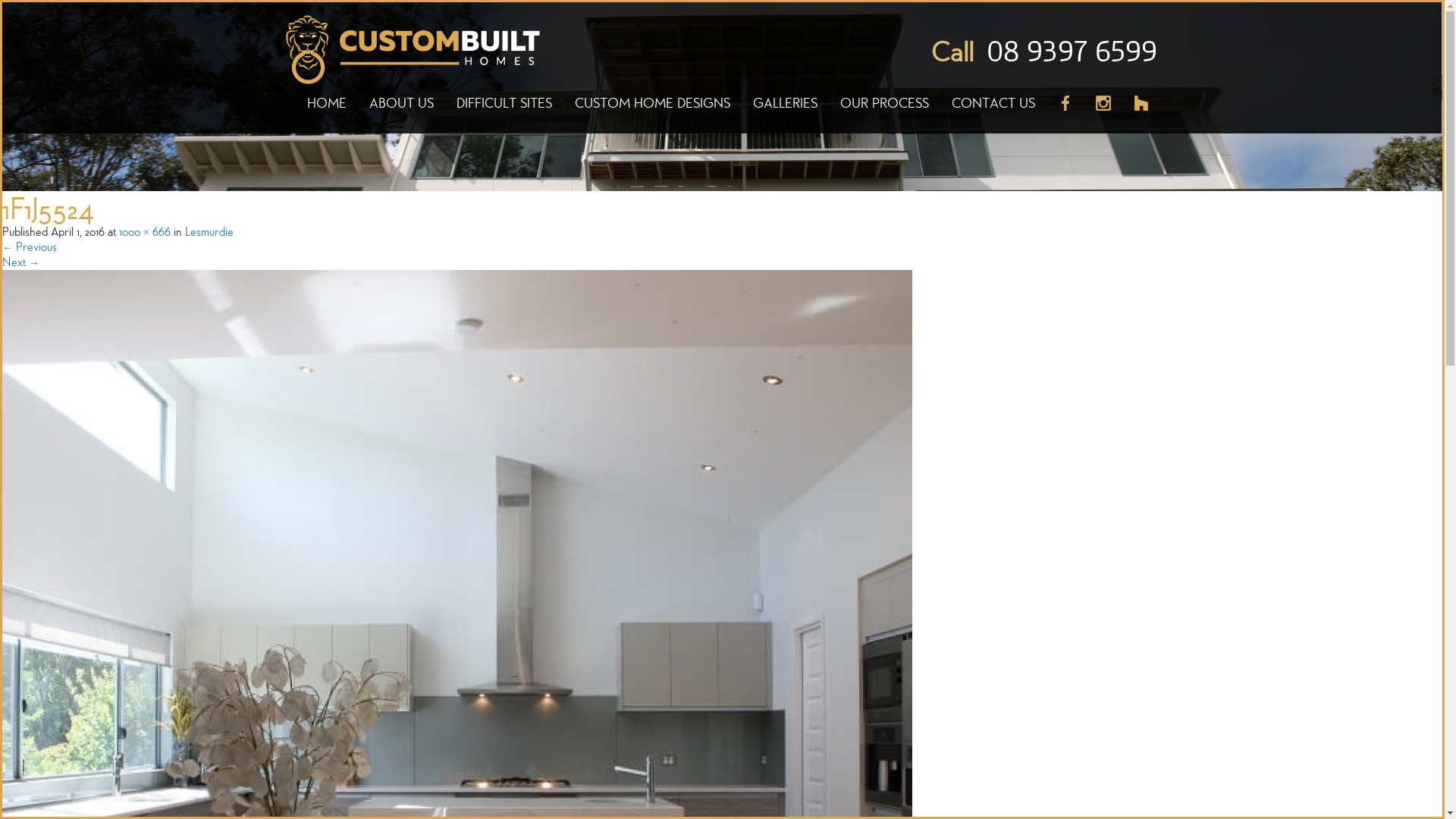 The image size is (1456, 819). I want to click on 'DIFFICULT SITES', so click(504, 111).